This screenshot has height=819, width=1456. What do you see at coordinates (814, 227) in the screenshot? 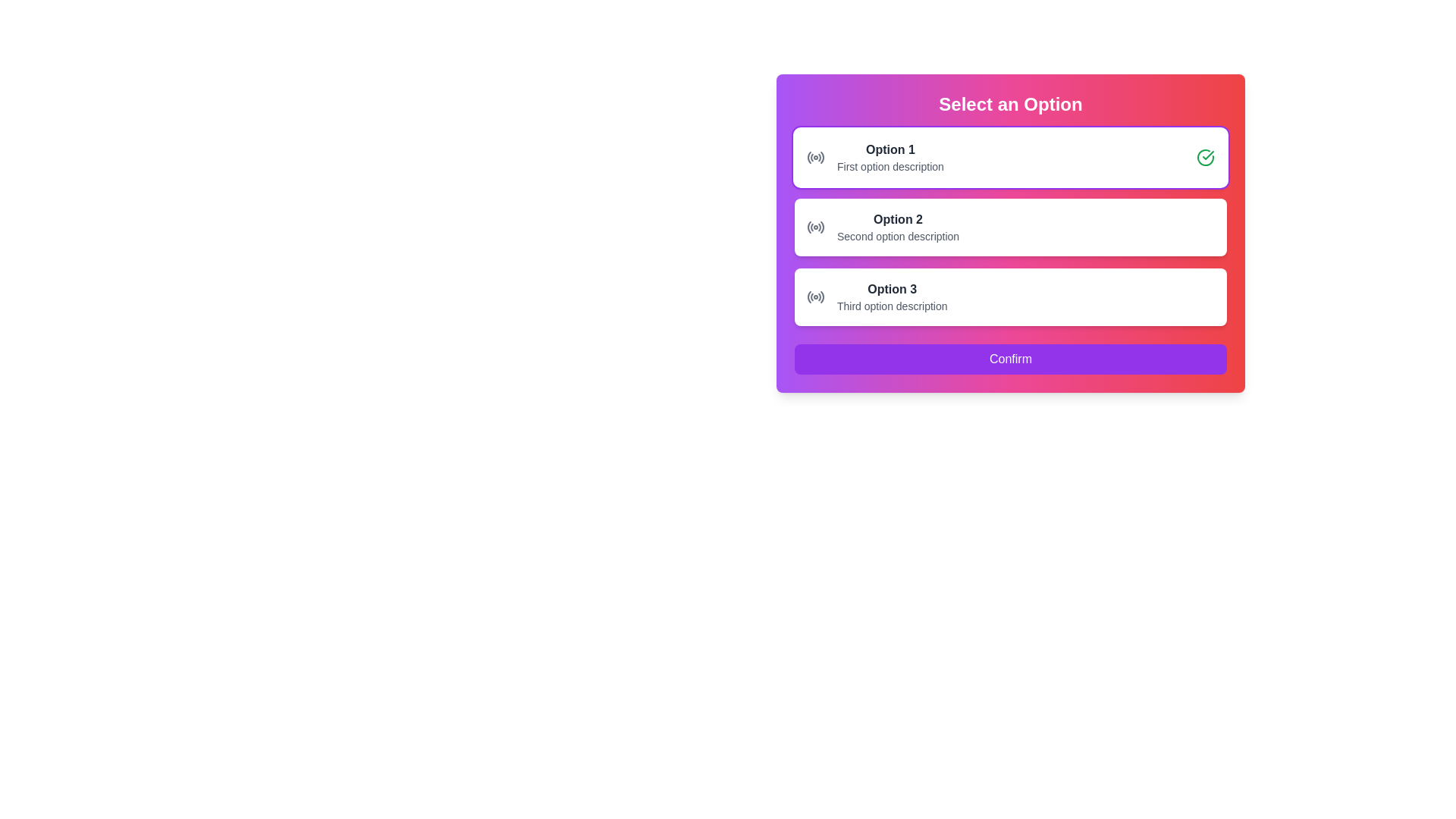
I see `the Decorative radio icon representing 'Option 2' in the selection card next to the text 'Option 2 Second option description'` at bounding box center [814, 227].